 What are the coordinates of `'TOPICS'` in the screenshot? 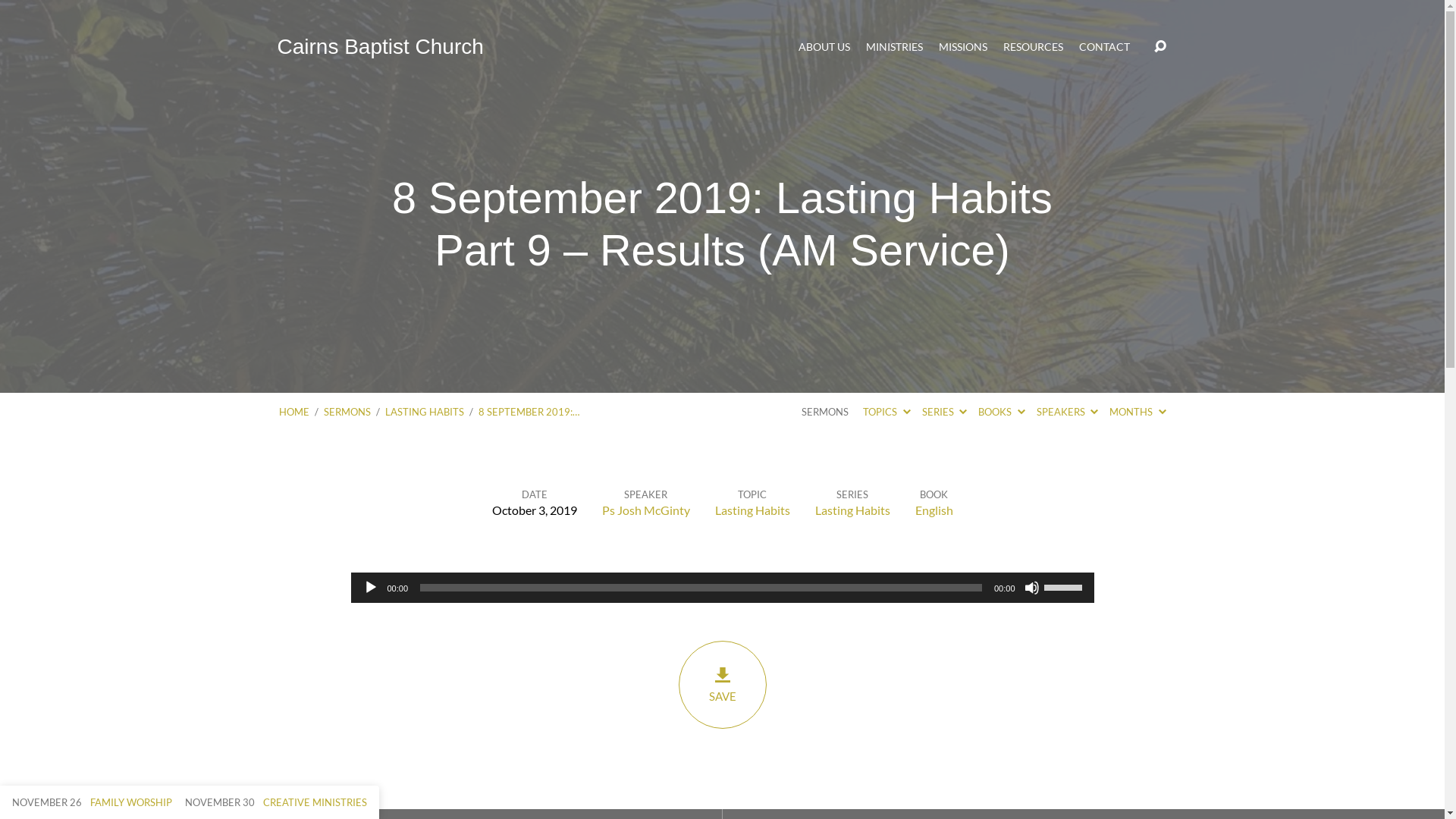 It's located at (886, 412).